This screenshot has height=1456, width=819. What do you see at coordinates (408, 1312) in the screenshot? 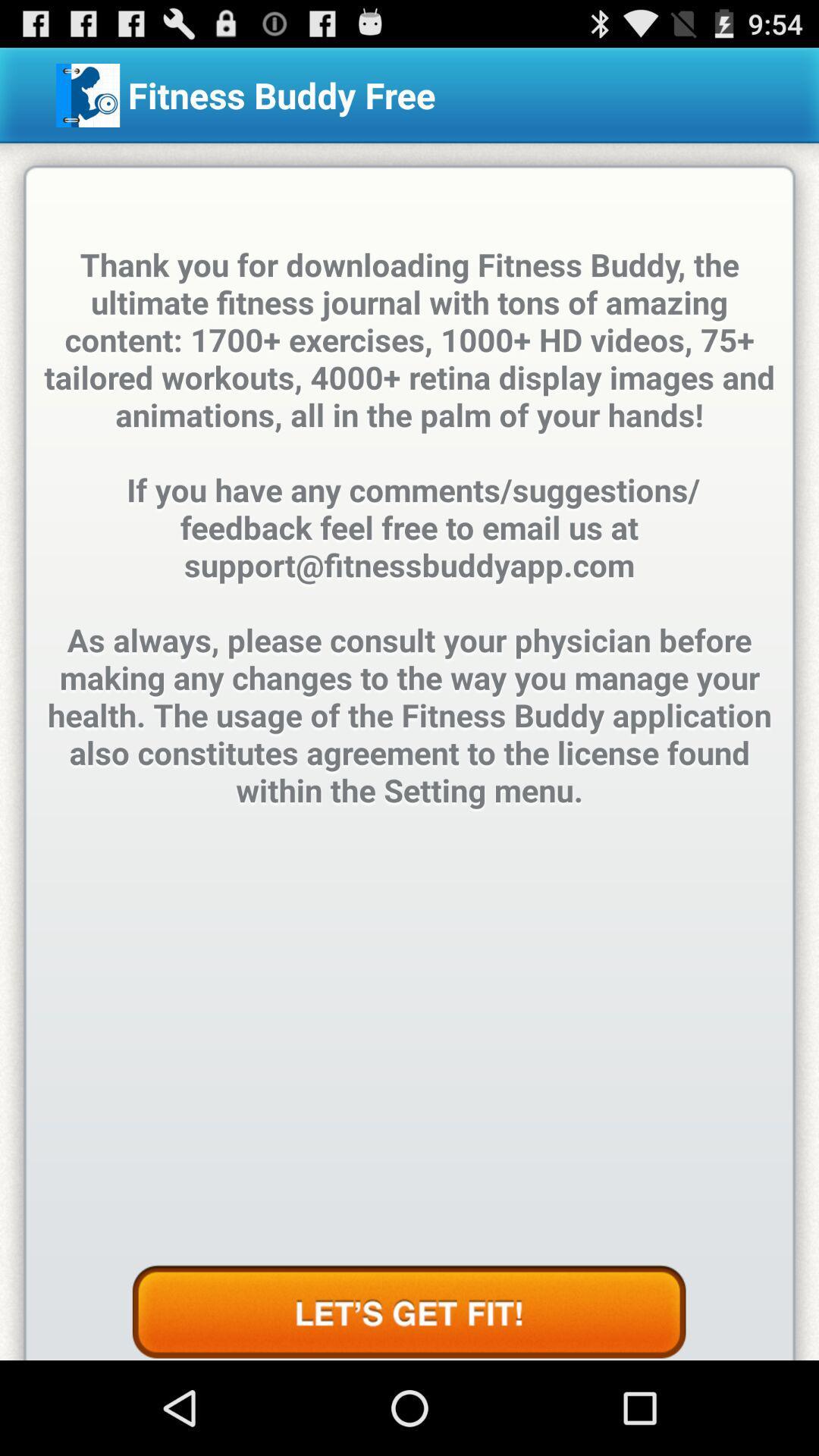
I see `the icon at the bottom` at bounding box center [408, 1312].